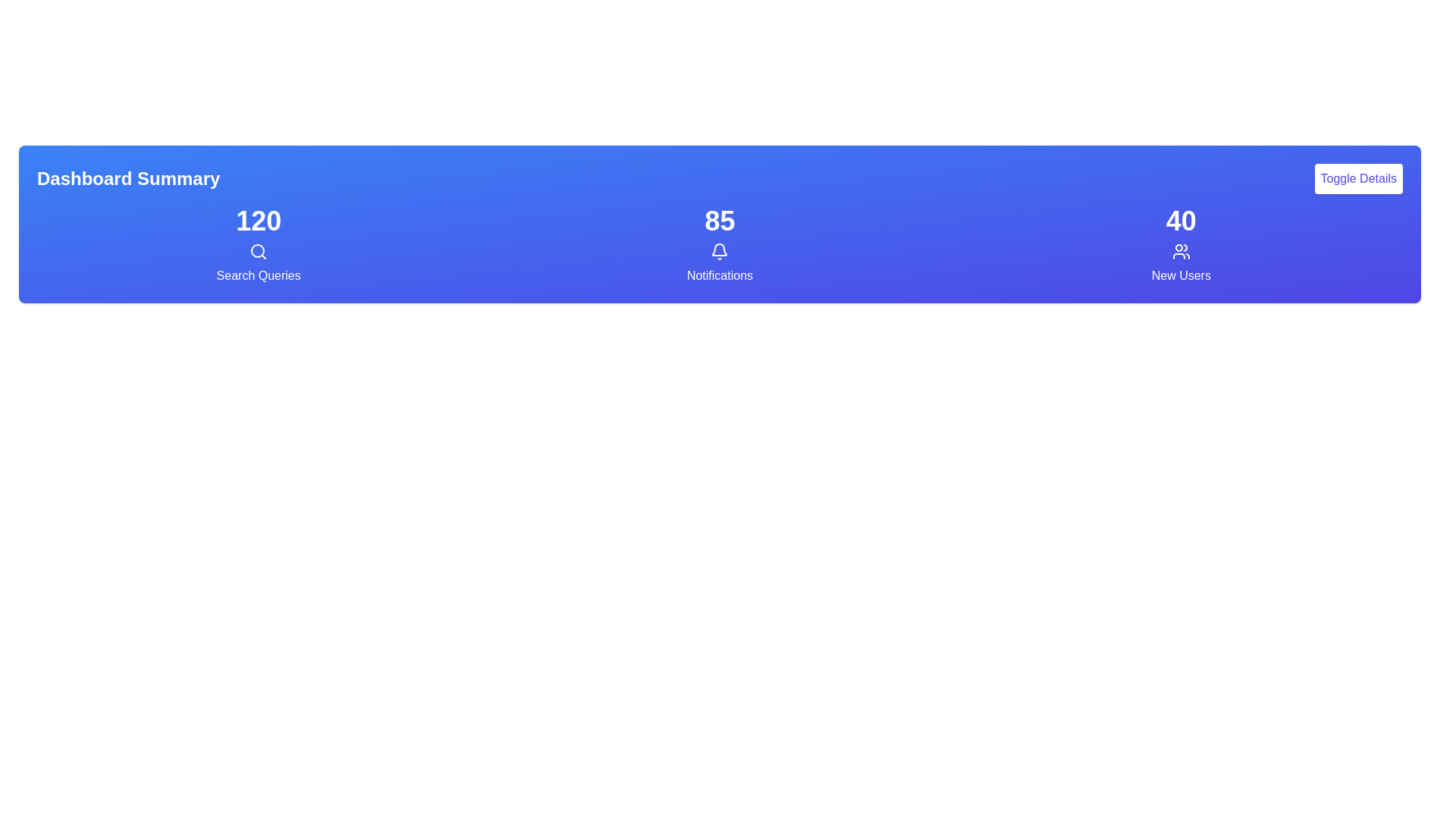 This screenshot has height=819, width=1456. What do you see at coordinates (259, 275) in the screenshot?
I see `the text label element that contains the text 'Search Queries', positioned below the number '120' and a search icon` at bounding box center [259, 275].